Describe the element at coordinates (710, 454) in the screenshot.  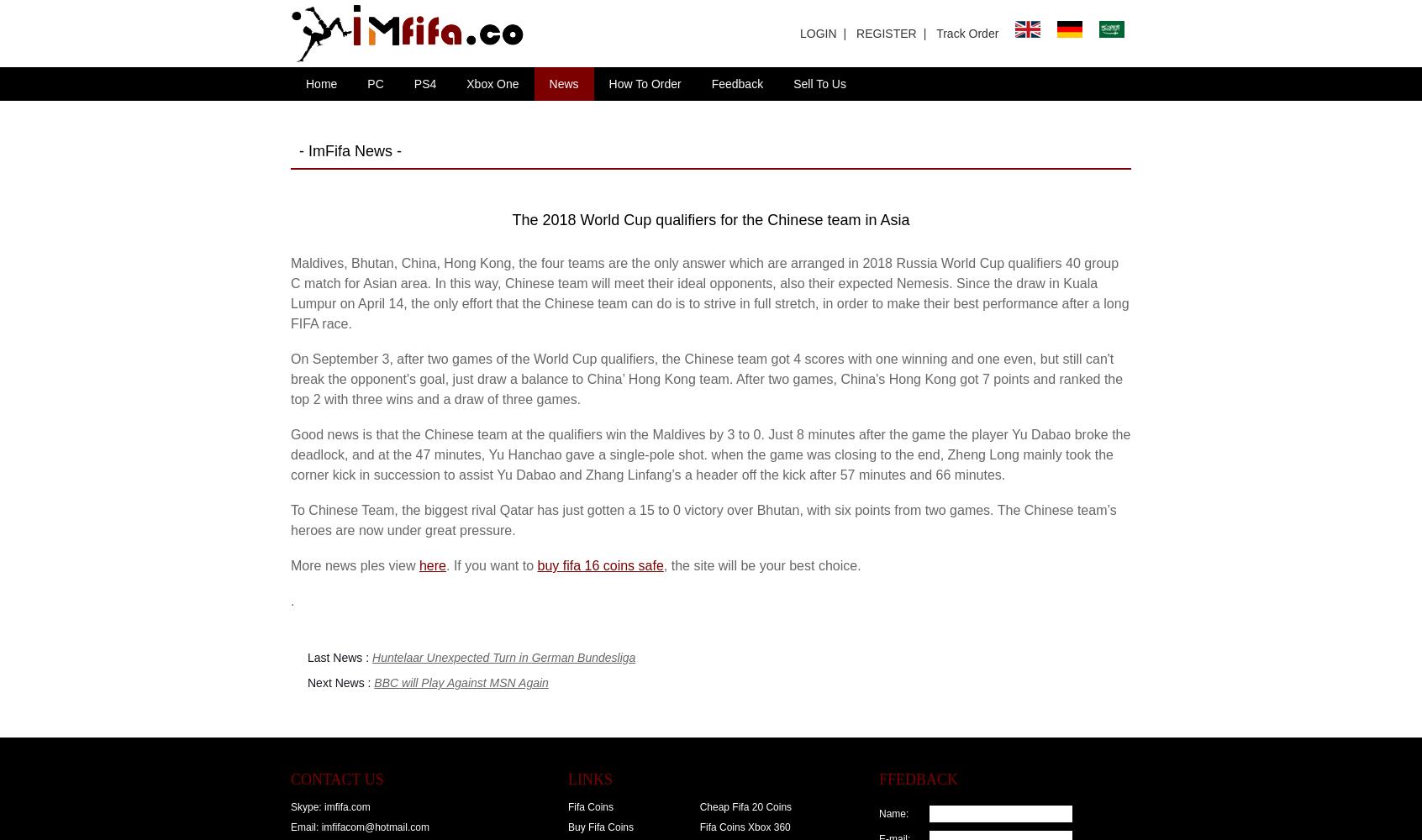
I see `'Good news is that the Chinese team at the qualifiers win the Maldives by 3 to 0. Just 8 minutes after the game the player Yu Dabao broke the deadlock, and at the 47 minutes, Yu Hanchao gave a single-pole shot. when the game was closing to the end, Zheng Long mainly took the corner kick in succession to assist Yu Dabao and Zhang Linfang’s a header off the kick after 57 minutes and 66 minutes.'` at that location.